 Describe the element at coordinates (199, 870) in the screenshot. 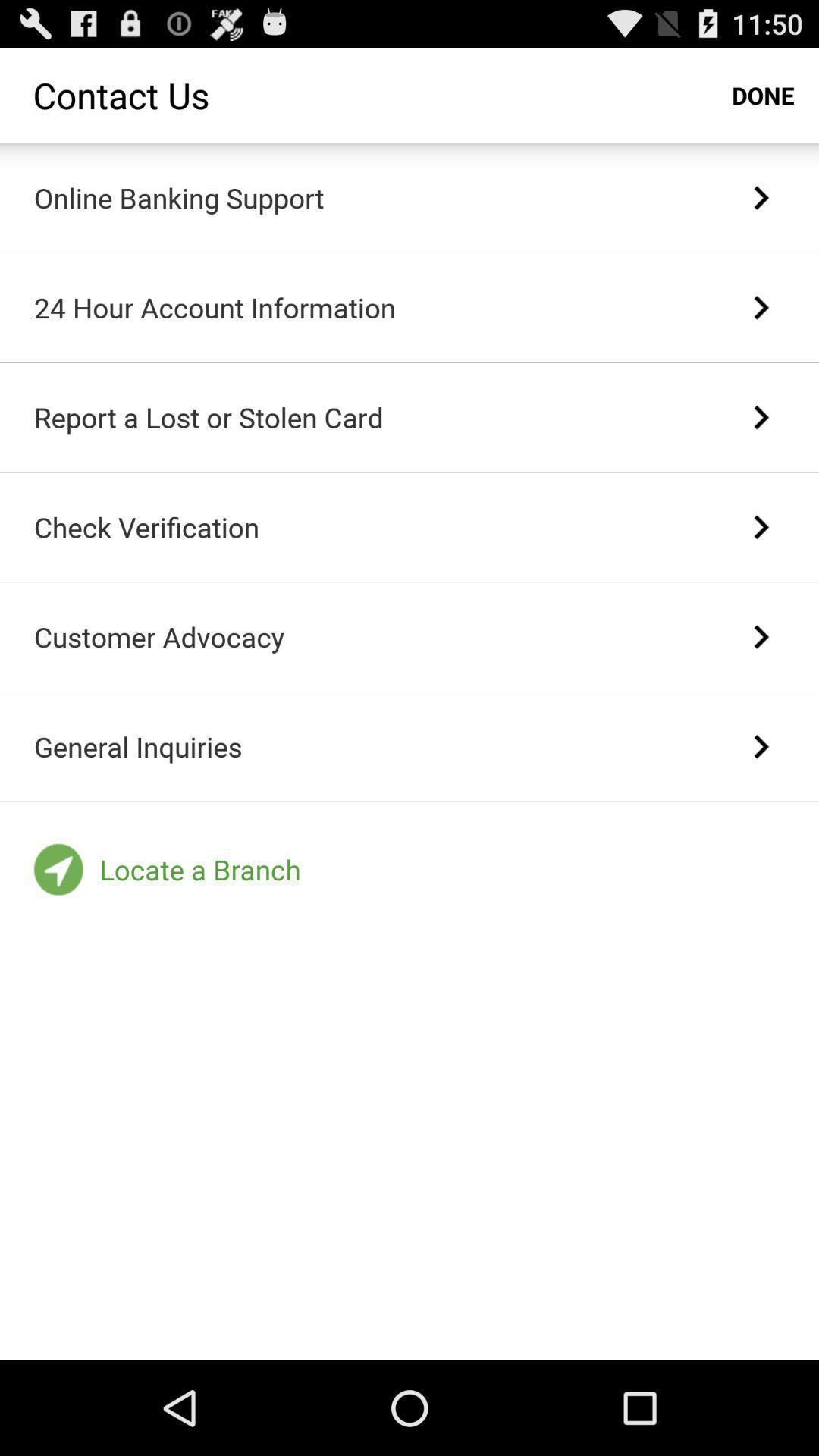

I see `the text  locate a branch at the bottom of the page` at that location.